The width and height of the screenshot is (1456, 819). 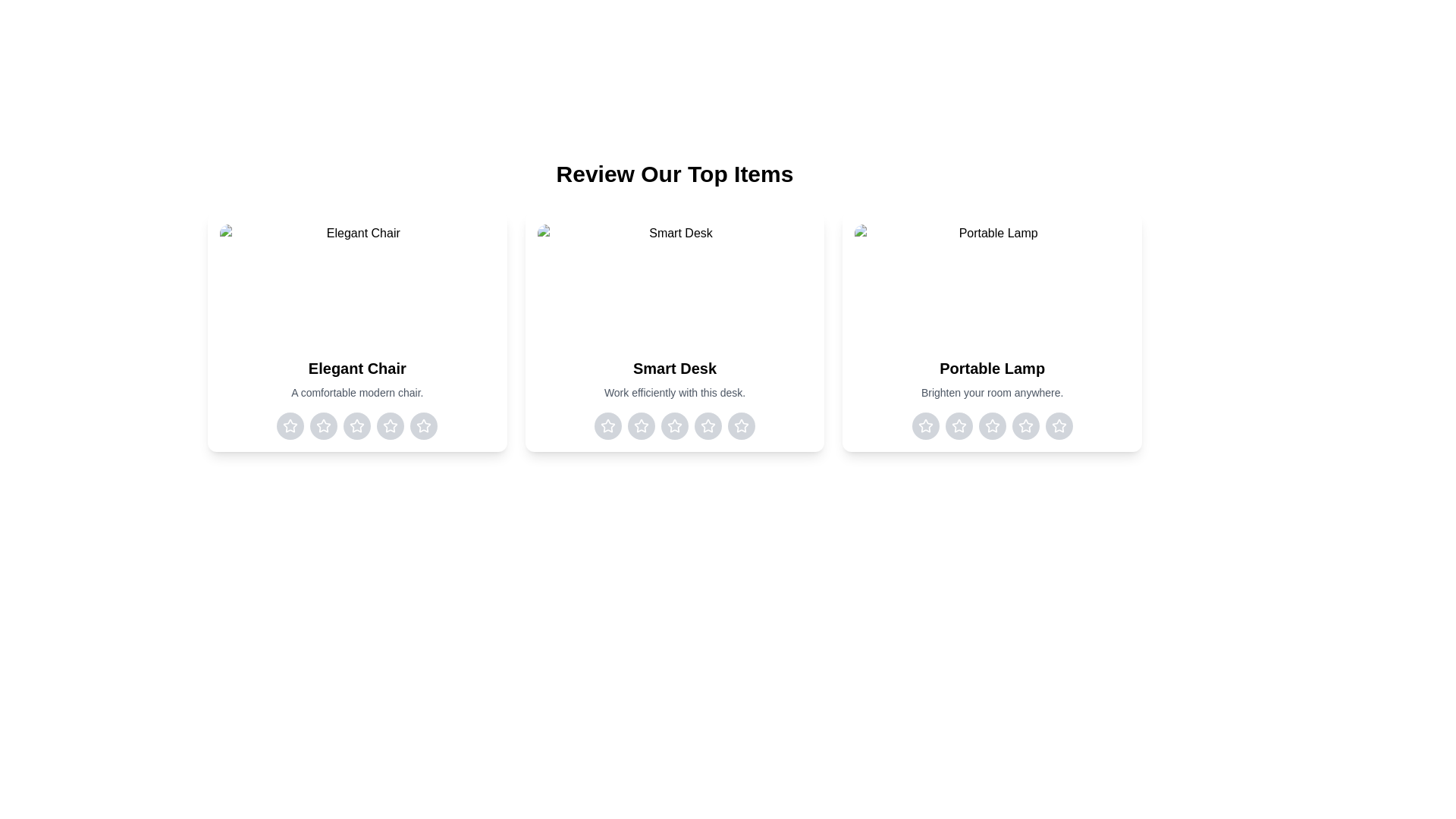 I want to click on the rating for the item 'Elegant Chair' to 2 stars, so click(x=323, y=426).